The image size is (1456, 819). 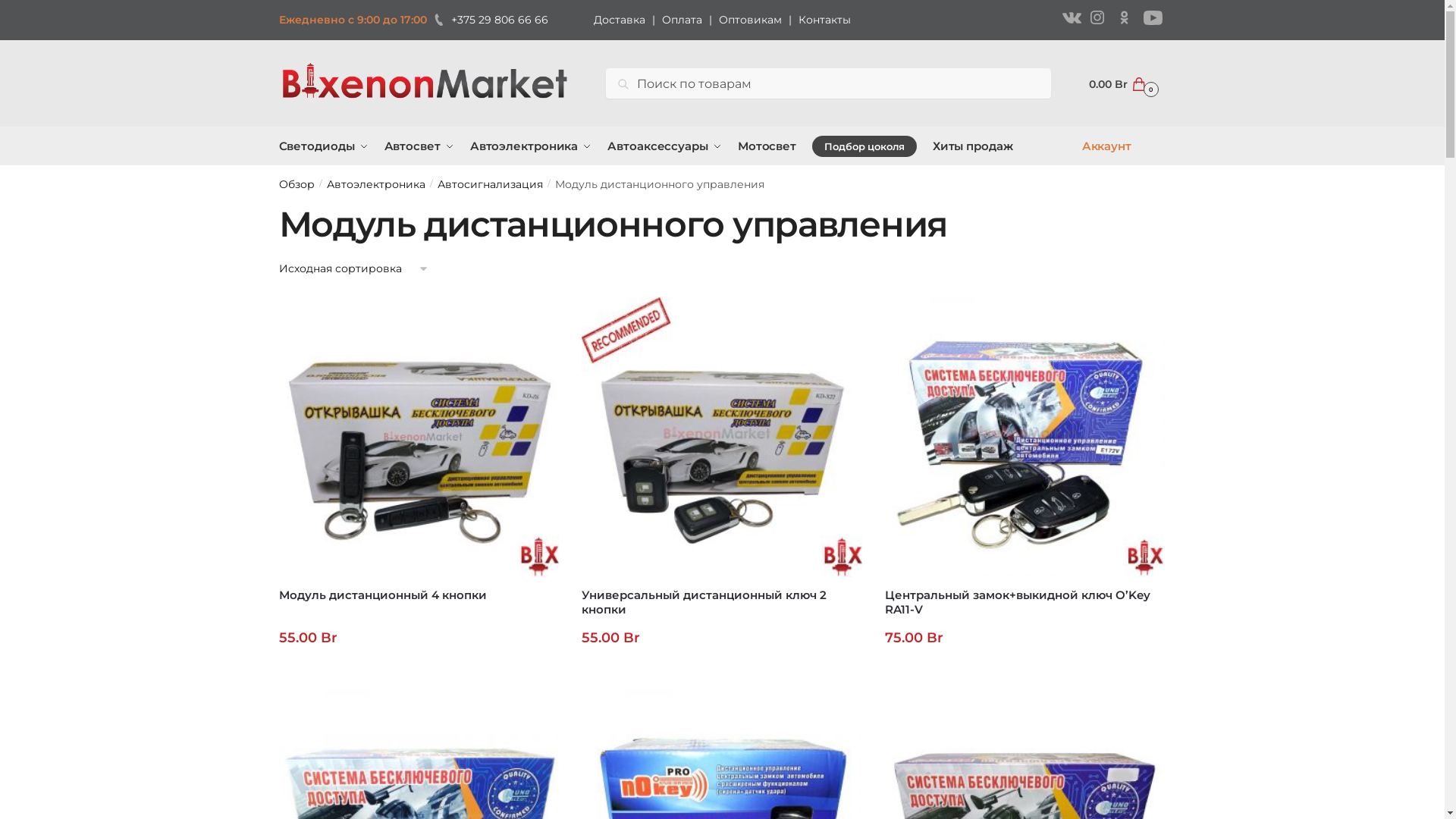 I want to click on '0.00 Br 0', so click(x=1121, y=83).